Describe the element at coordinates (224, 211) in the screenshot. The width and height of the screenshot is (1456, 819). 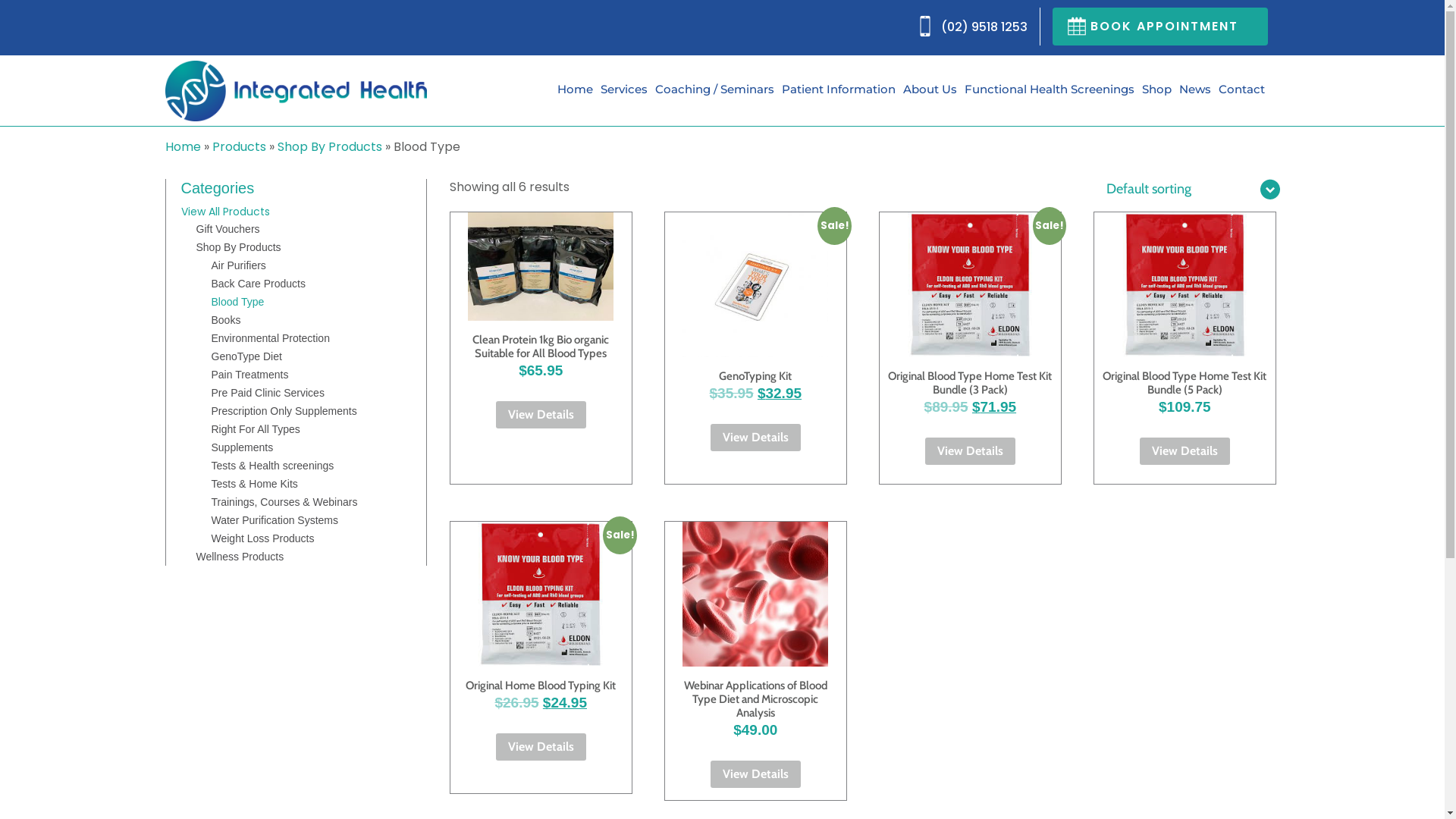
I see `'View All Products'` at that location.